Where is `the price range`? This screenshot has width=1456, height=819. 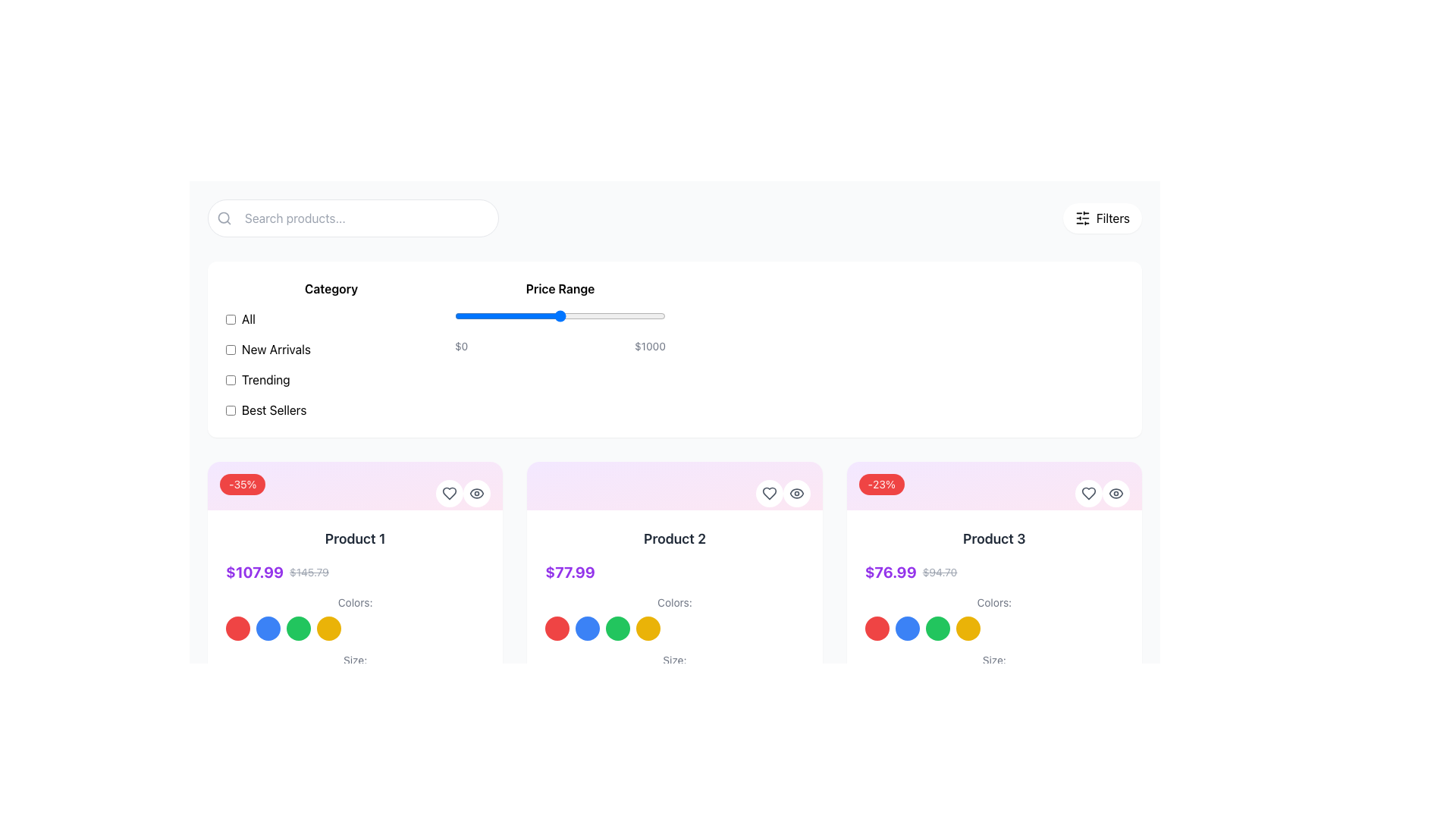
the price range is located at coordinates (551, 315).